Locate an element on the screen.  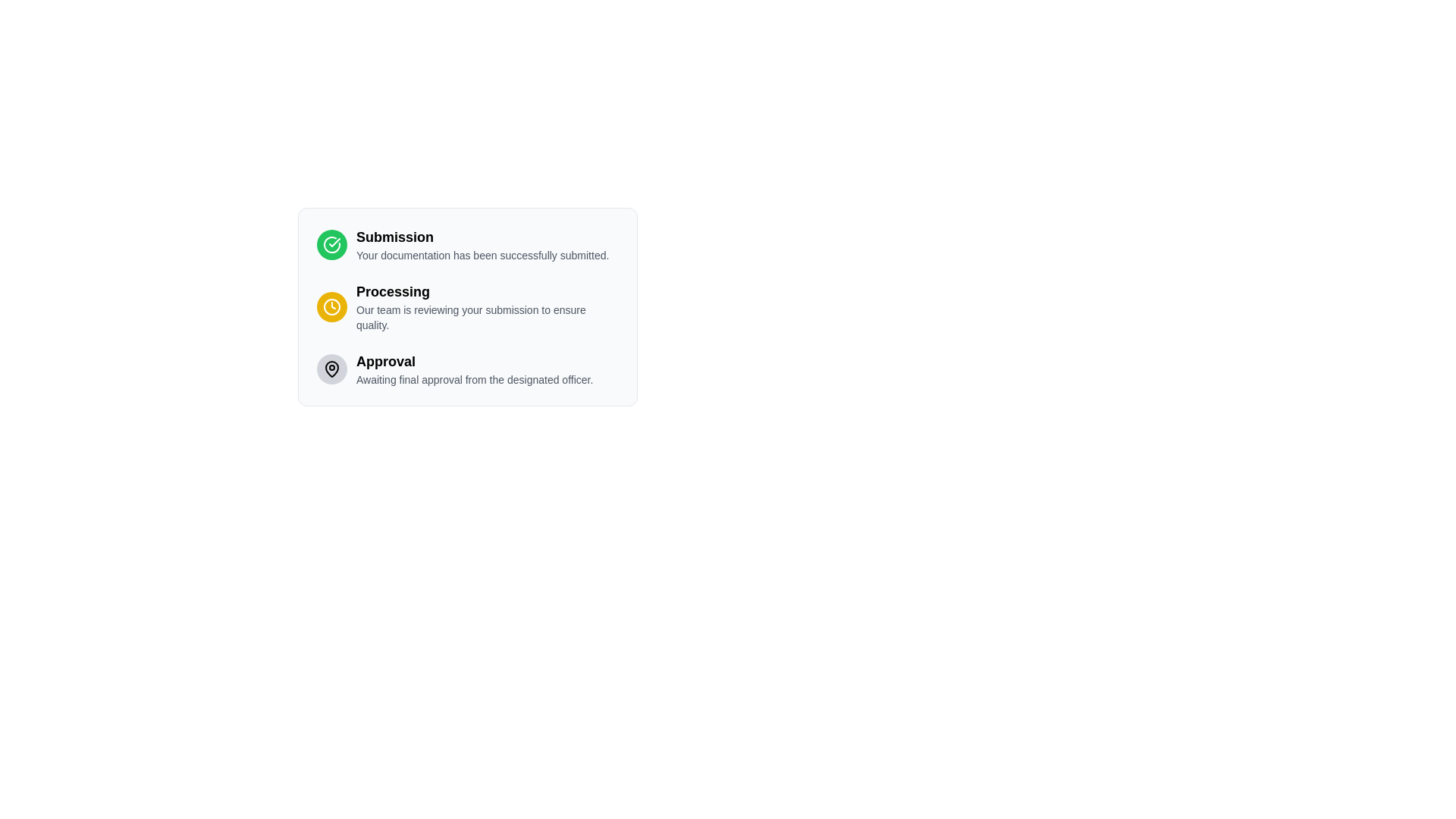
the informational text block that displays 'Processing' and 'Our team is reviewing your submission to ensure quality.' is located at coordinates (488, 307).